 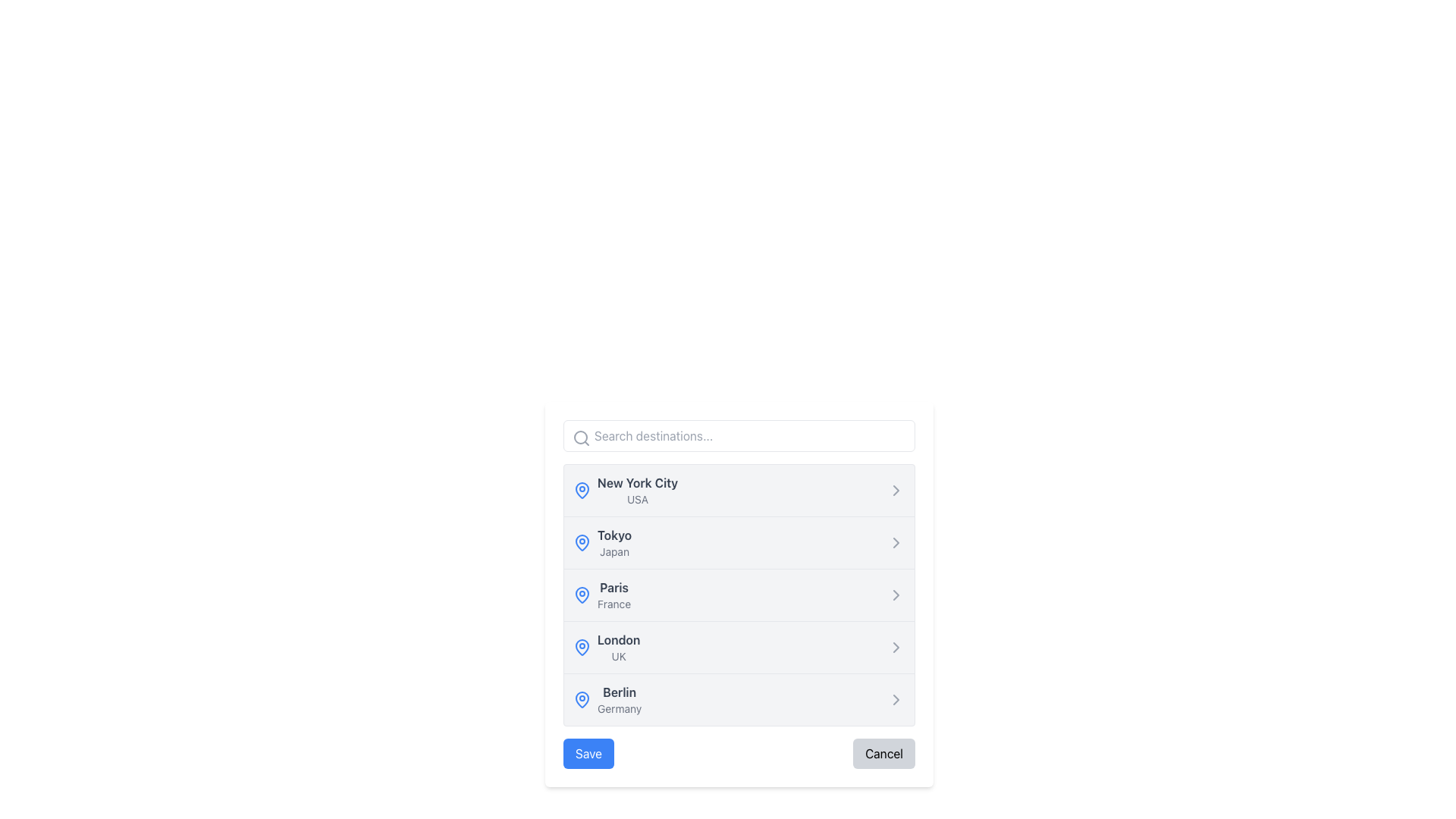 I want to click on the text label reading 'Tokyo', which is styled in bold and placed within a list of city names, positioned below 'New York City' and above 'Paris', so click(x=614, y=534).